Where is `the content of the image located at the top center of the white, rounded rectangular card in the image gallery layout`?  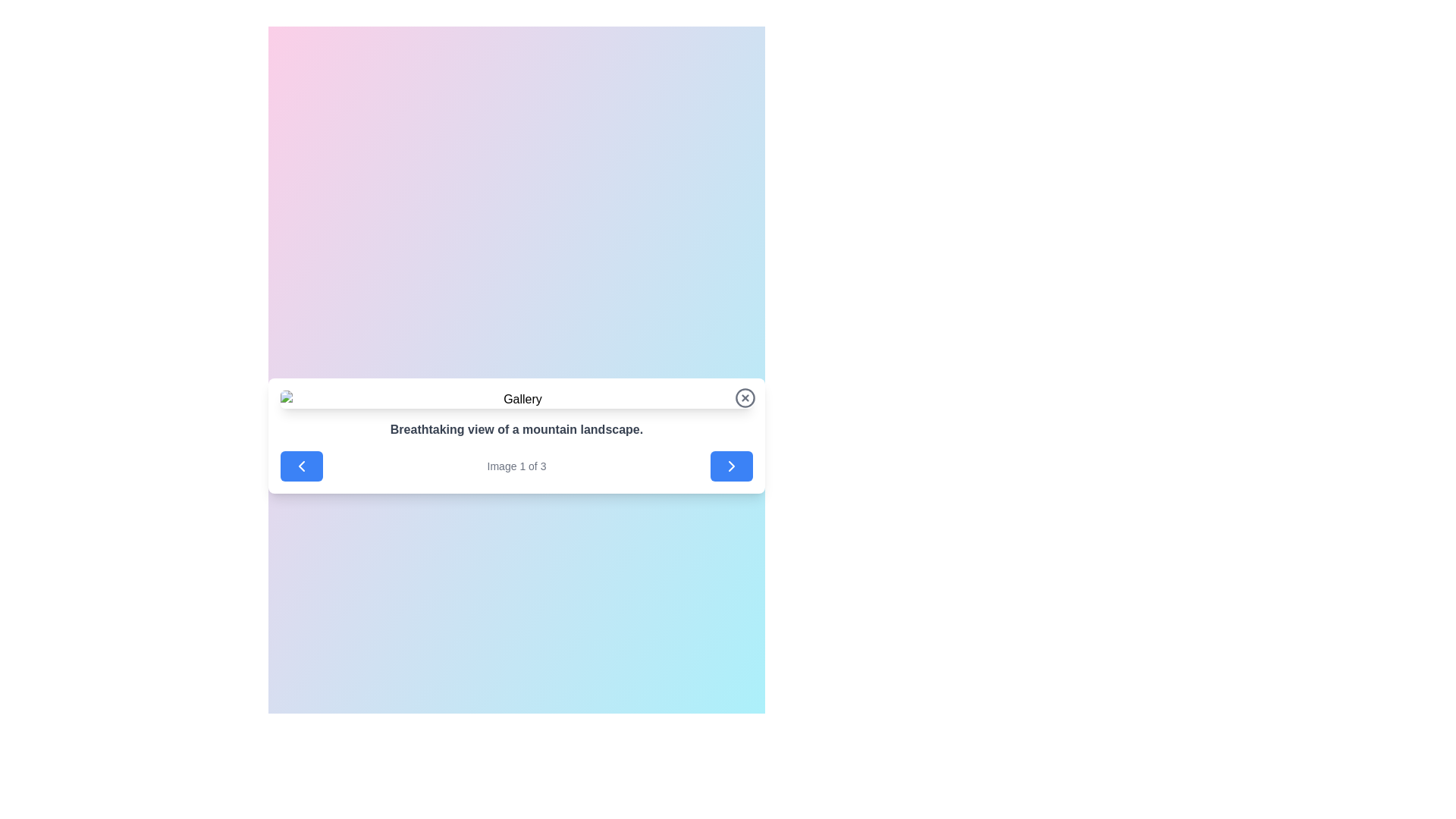 the content of the image located at the top center of the white, rounded rectangular card in the image gallery layout is located at coordinates (516, 399).